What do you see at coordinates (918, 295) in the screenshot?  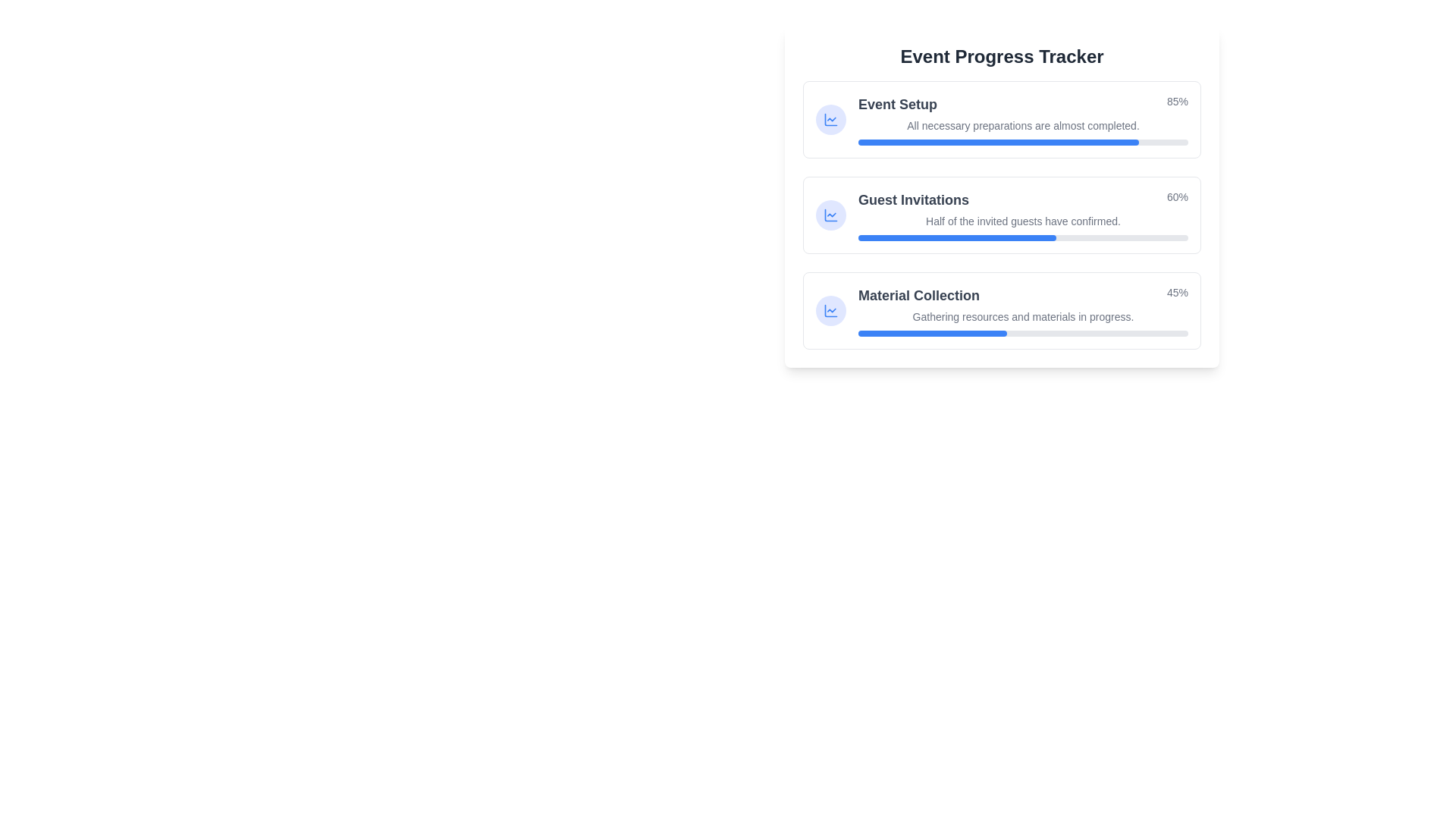 I see `text label that serves as the title for the third progress tracker row, located in the center-left above the progress bar and next to a '45%' indicator` at bounding box center [918, 295].